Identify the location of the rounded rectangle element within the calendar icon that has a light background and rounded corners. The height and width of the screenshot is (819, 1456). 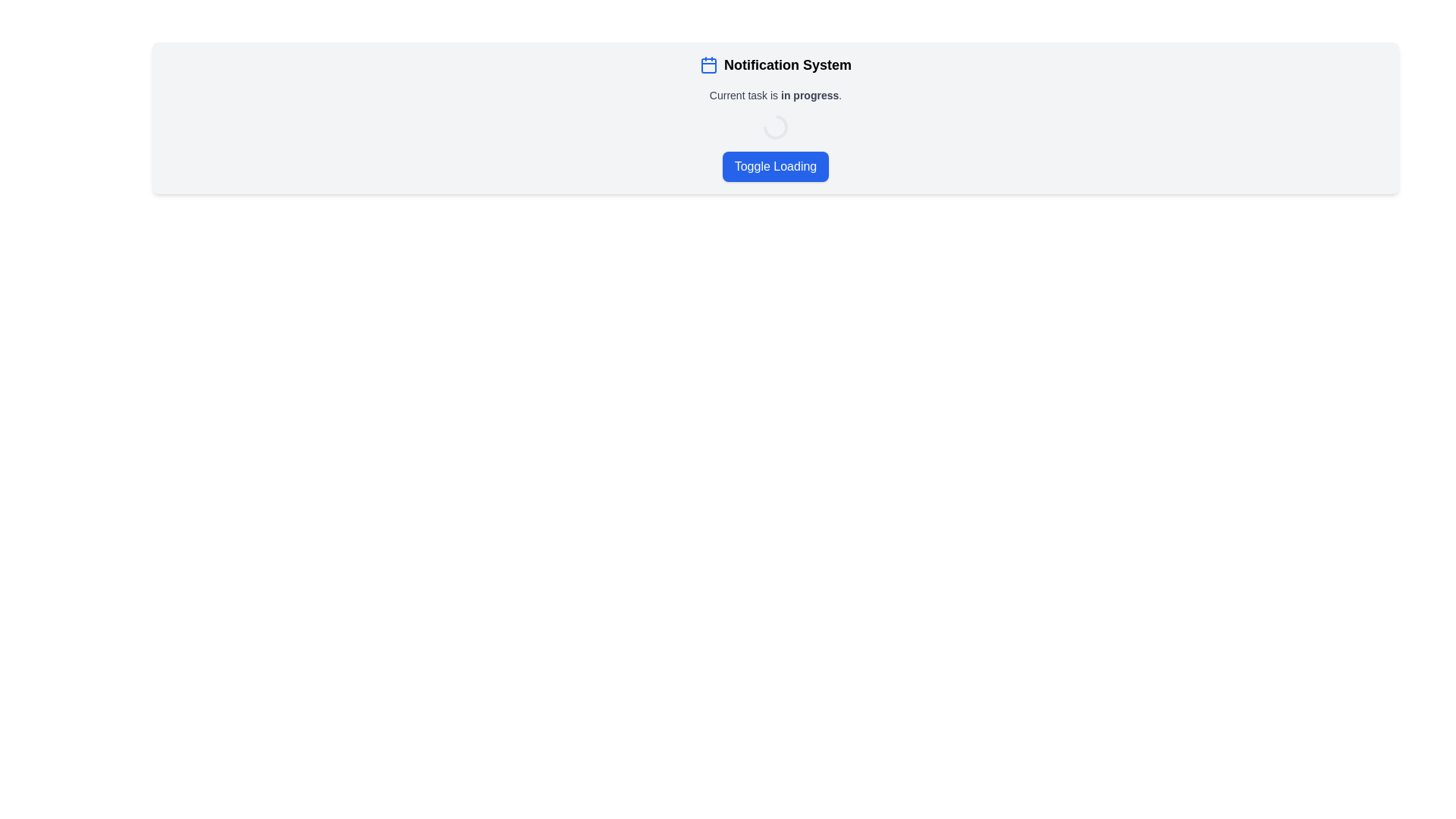
(708, 65).